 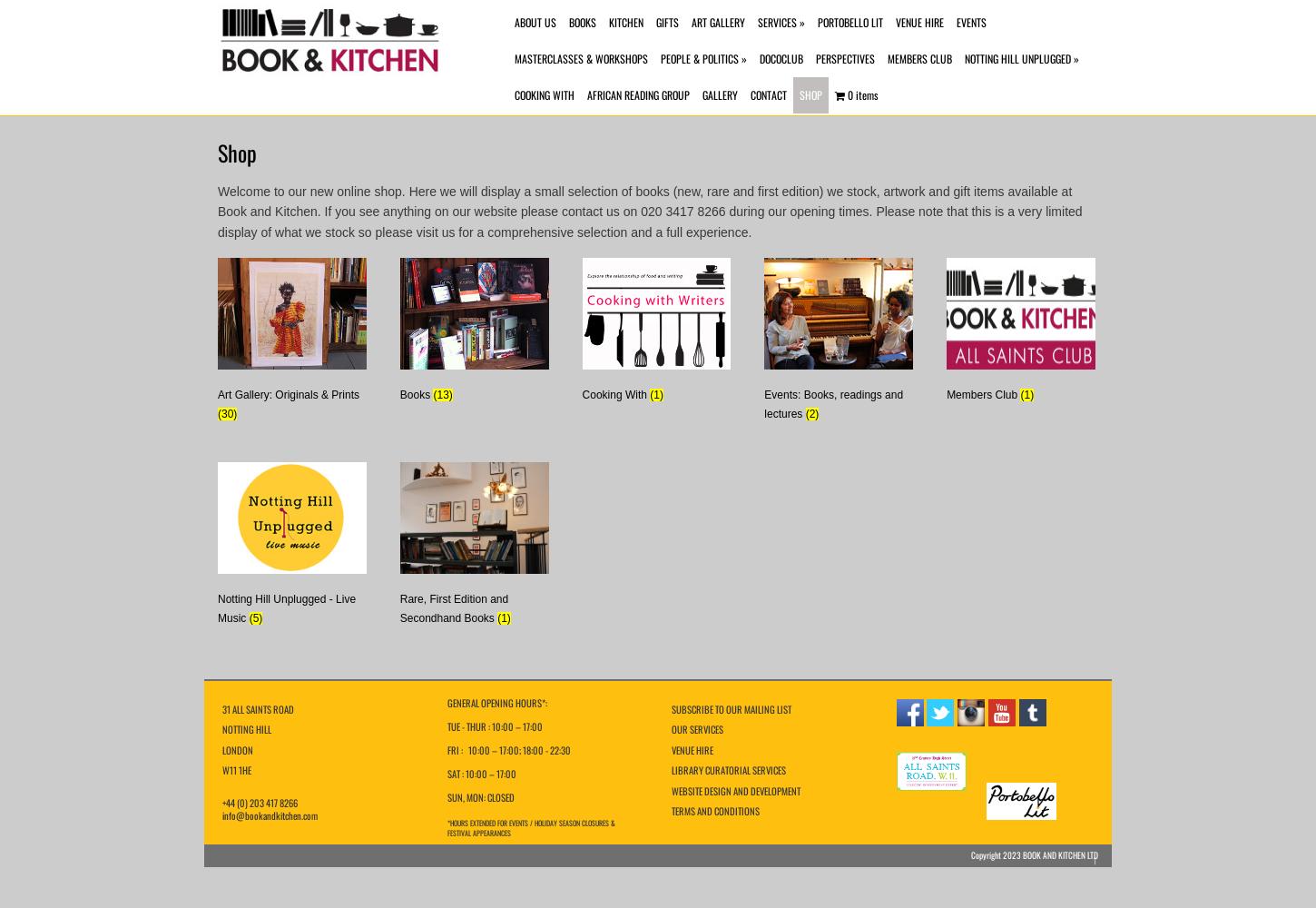 What do you see at coordinates (222, 708) in the screenshot?
I see `'31 ALL SAINTS ROAD'` at bounding box center [222, 708].